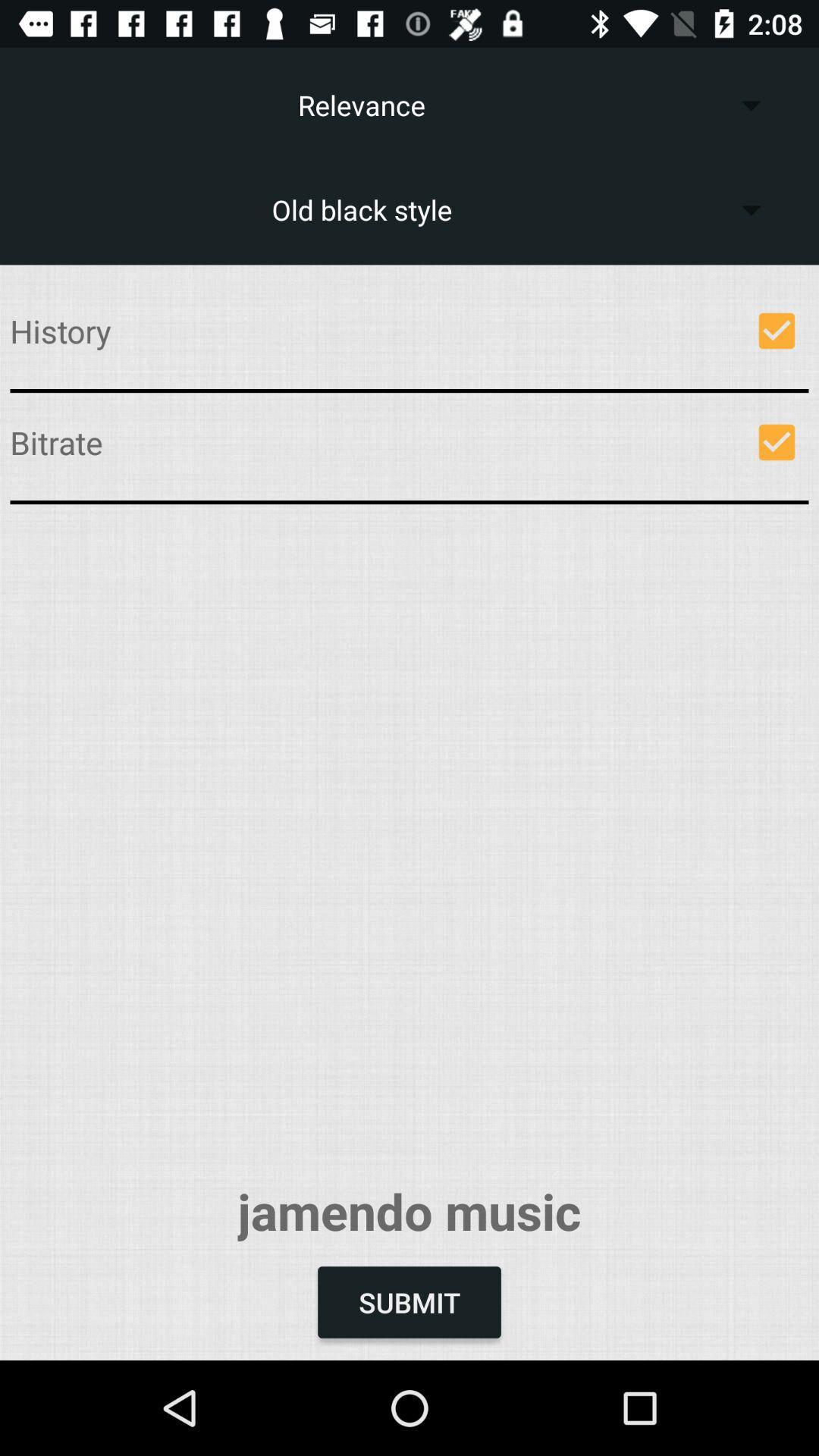 This screenshot has height=1456, width=819. Describe the element at coordinates (409, 1301) in the screenshot. I see `the submit icon` at that location.